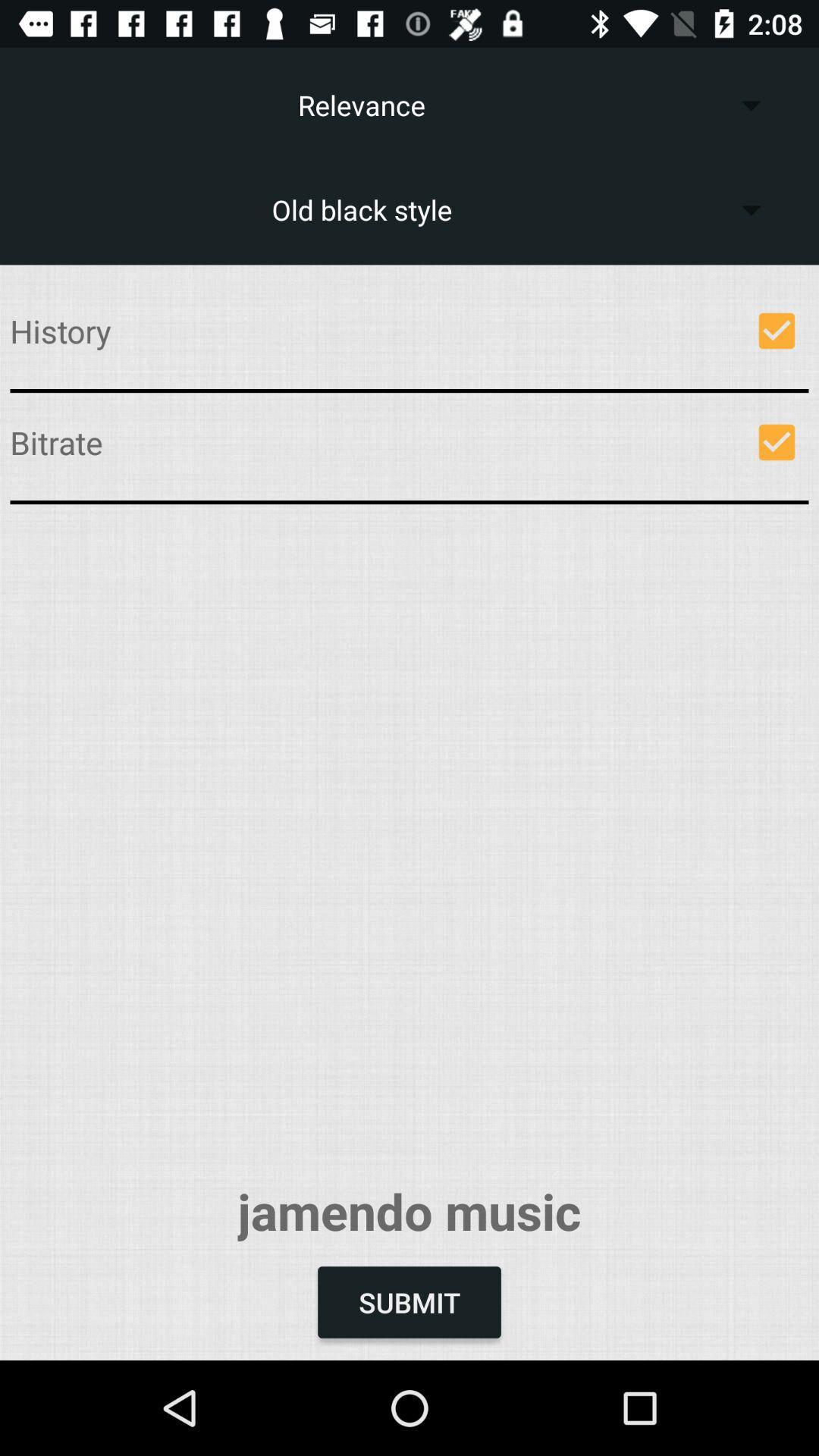 This screenshot has height=1456, width=819. Describe the element at coordinates (409, 1301) in the screenshot. I see `the submit icon` at that location.